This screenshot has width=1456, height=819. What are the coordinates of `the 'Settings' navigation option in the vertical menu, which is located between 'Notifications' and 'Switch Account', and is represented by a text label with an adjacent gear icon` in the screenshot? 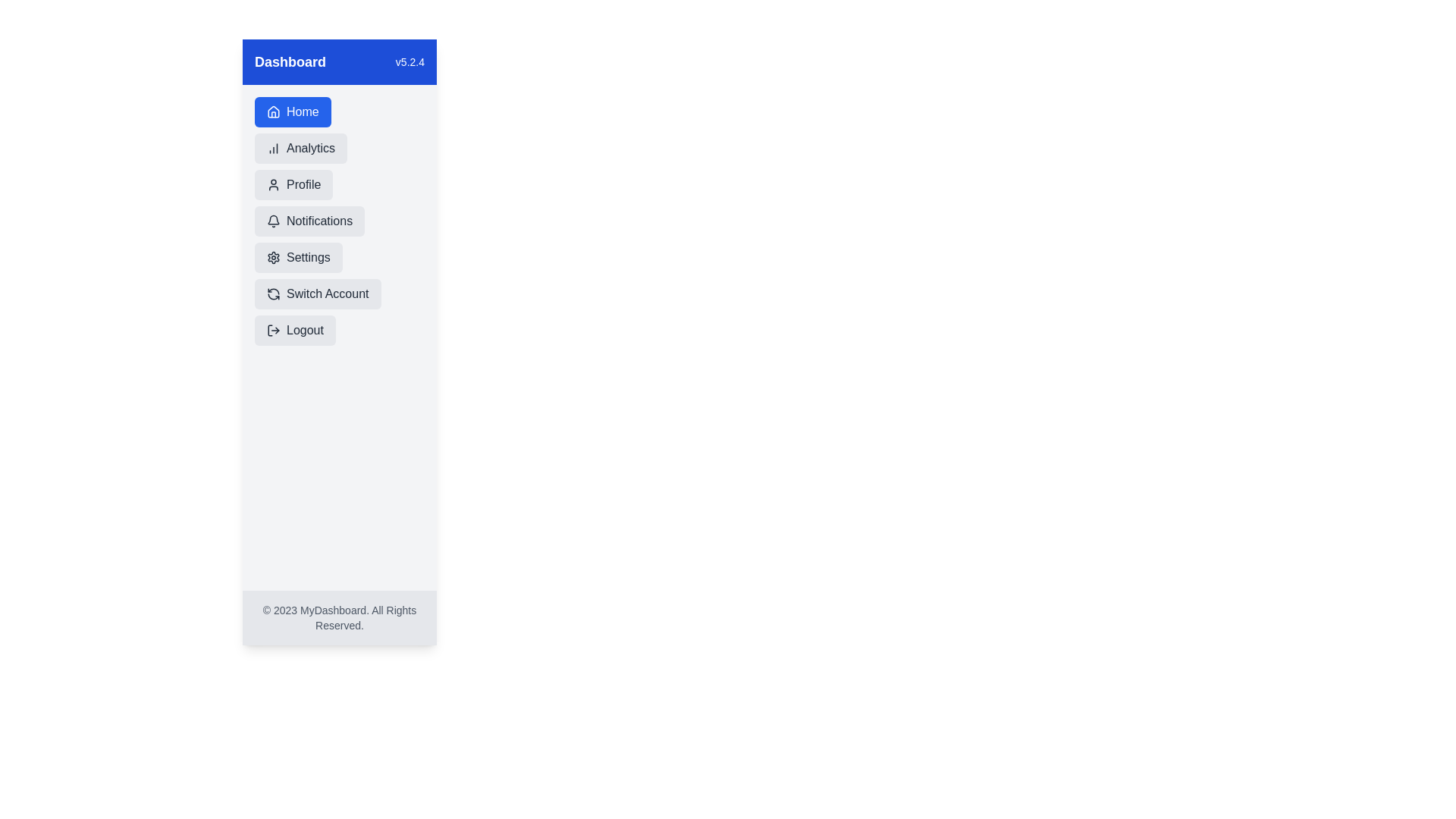 It's located at (307, 256).